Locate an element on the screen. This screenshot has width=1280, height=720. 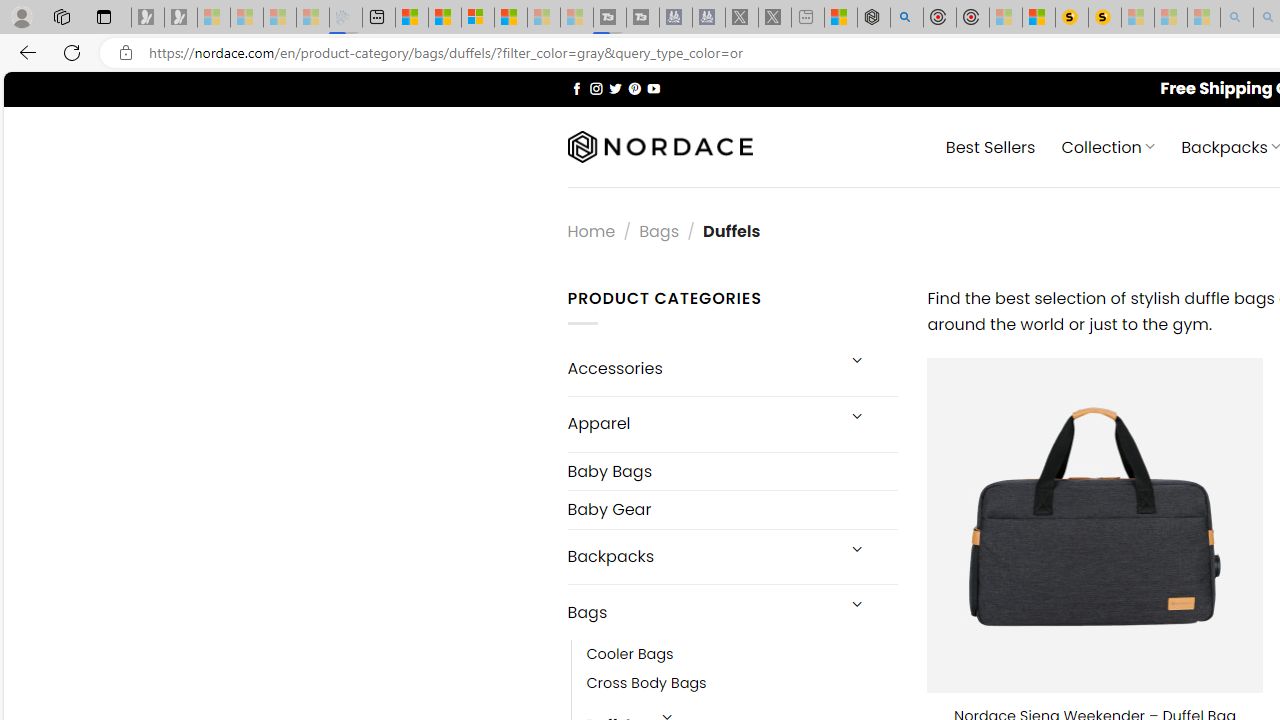
'Apparel' is located at coordinates (700, 422).